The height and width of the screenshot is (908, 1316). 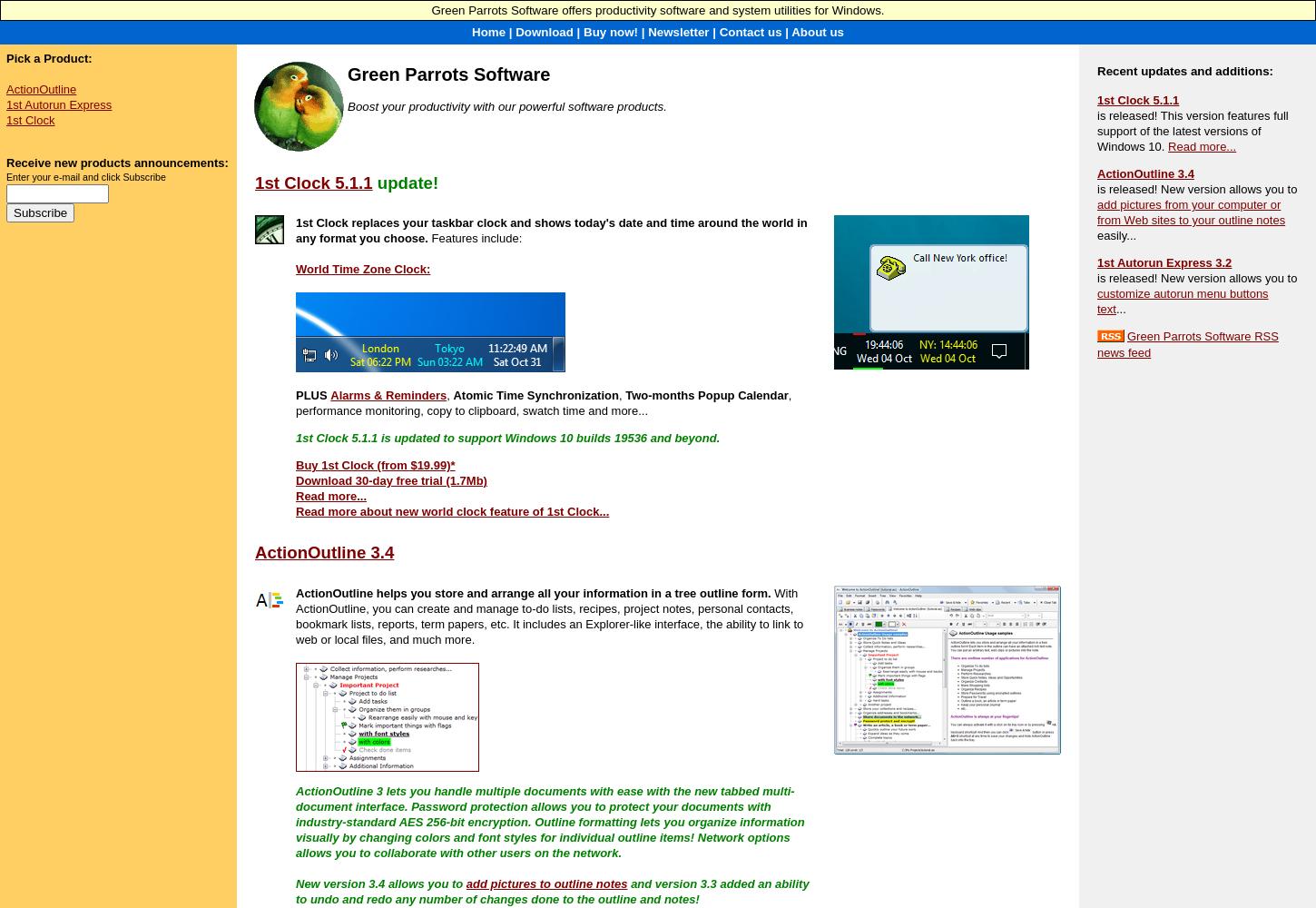 I want to click on 'is released!
                        This version features full support of the latest versions of Windows 10.', so click(x=1192, y=131).